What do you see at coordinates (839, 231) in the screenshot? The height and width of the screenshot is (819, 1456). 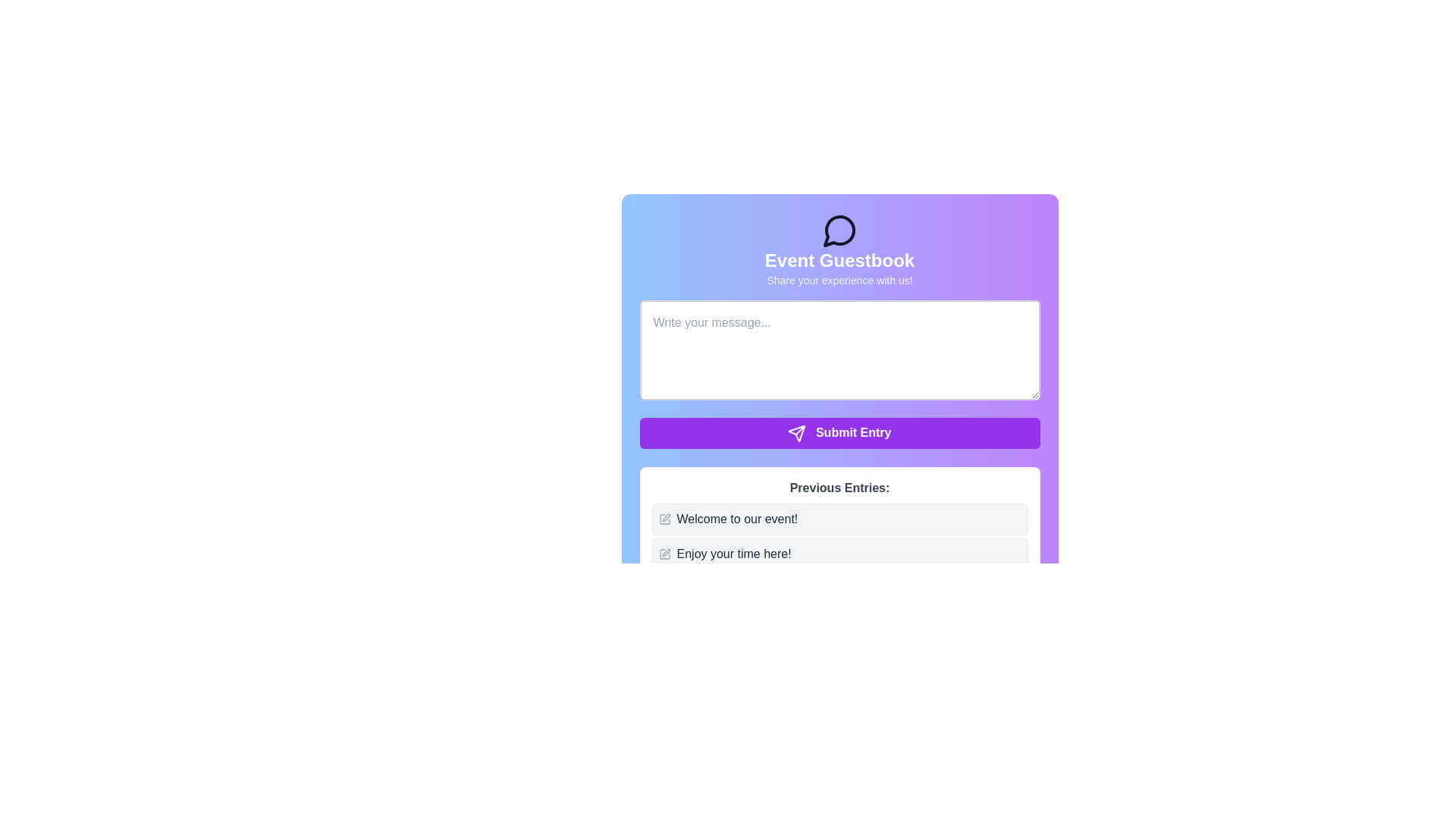 I see `the speech bubble icon located at the top center of the interface, which represents communication for the 'Event Guestbook' section` at bounding box center [839, 231].